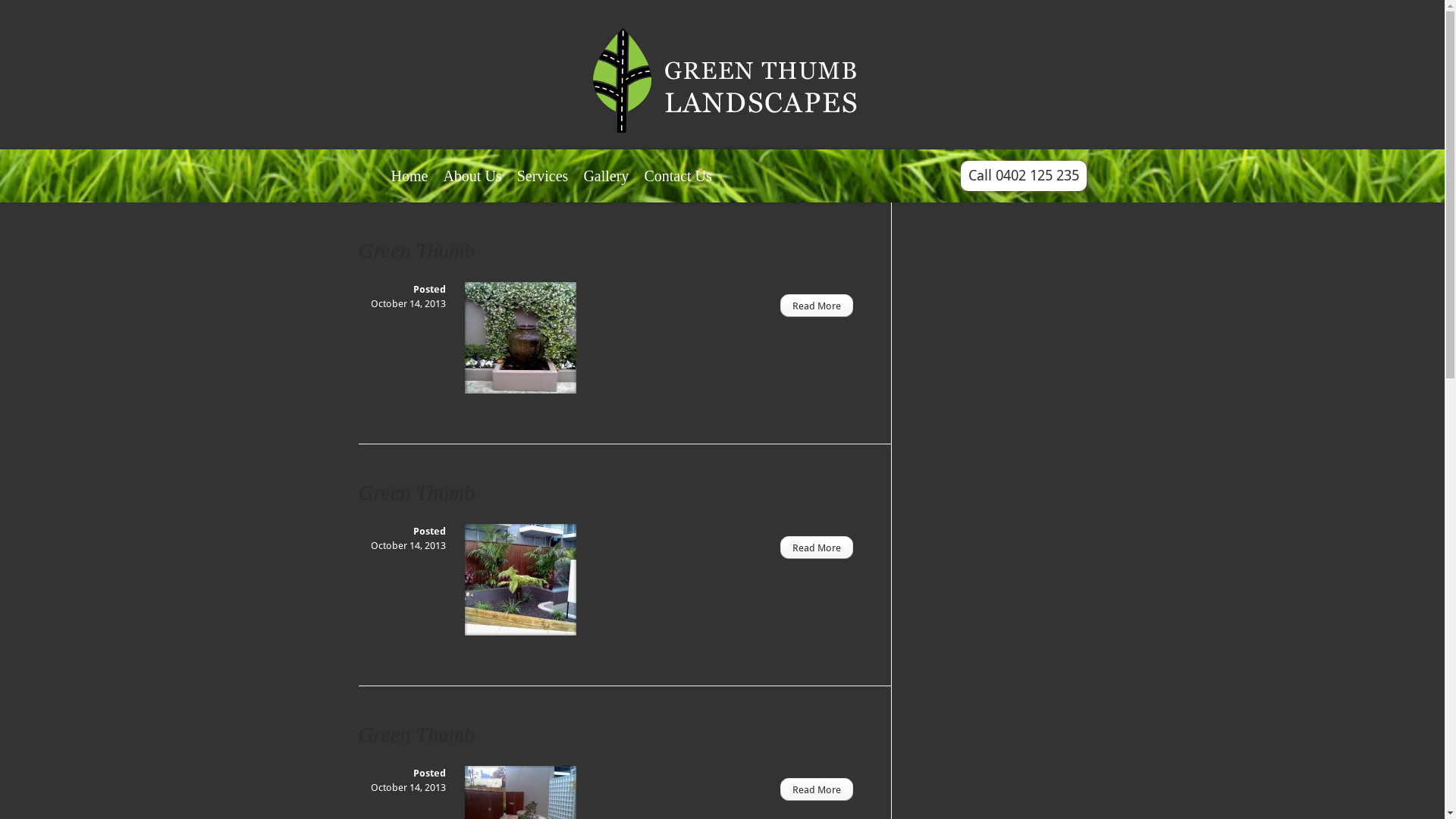 The height and width of the screenshot is (819, 1456). What do you see at coordinates (814, 305) in the screenshot?
I see `'Read More'` at bounding box center [814, 305].